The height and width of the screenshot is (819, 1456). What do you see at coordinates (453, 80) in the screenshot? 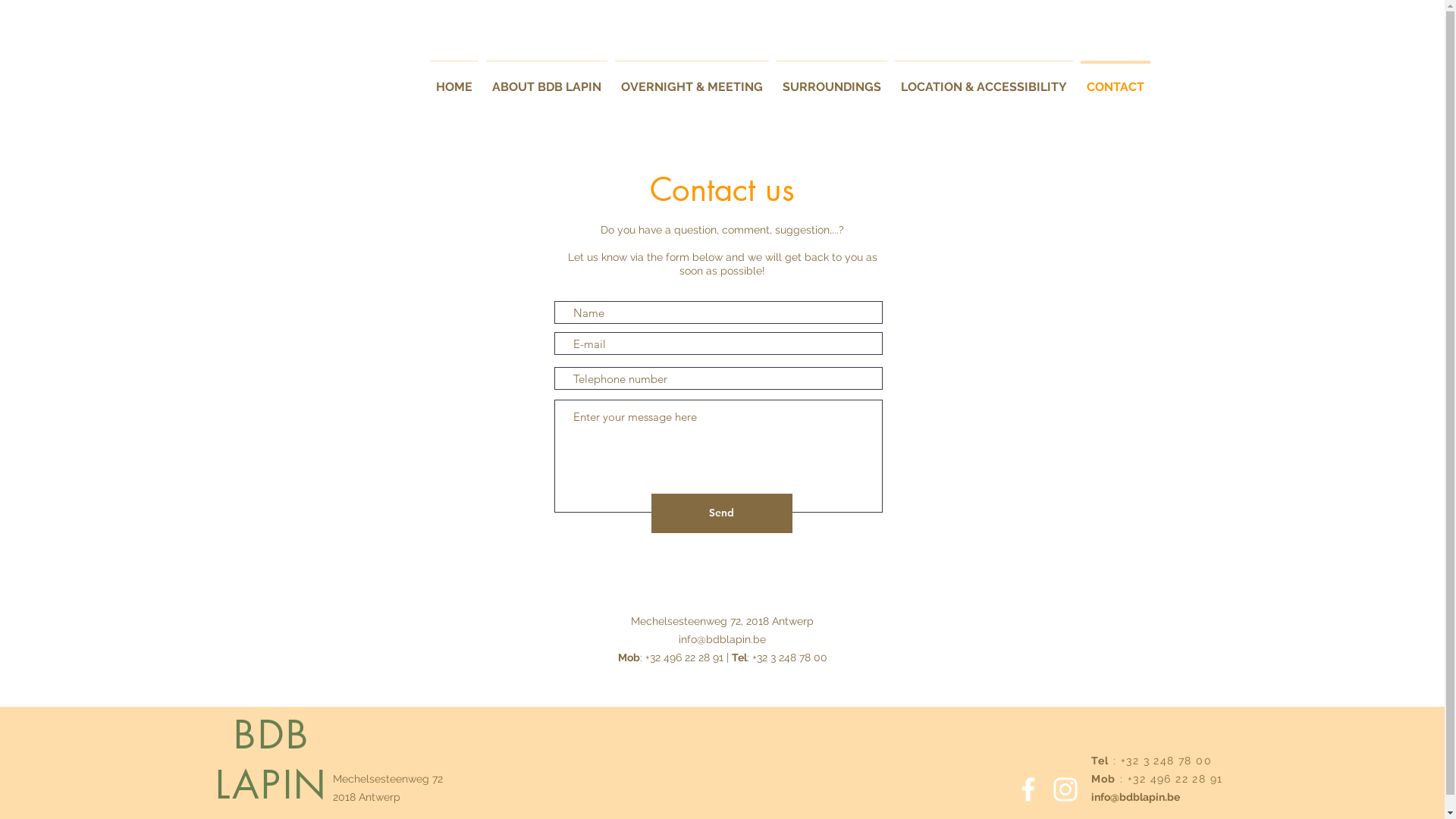
I see `'HOME'` at bounding box center [453, 80].